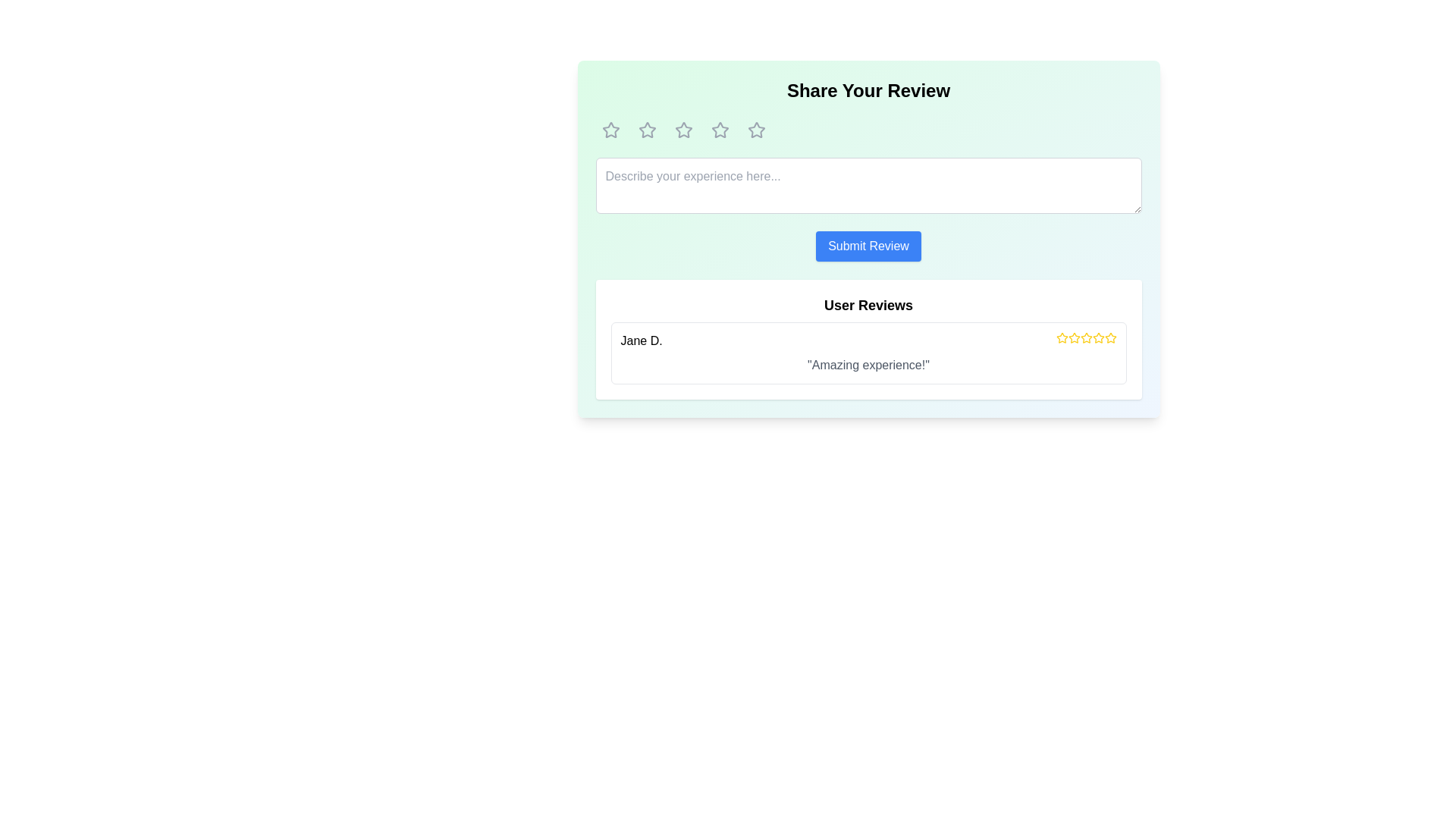 The image size is (1456, 819). I want to click on the last star icon in the User Reviews section, so click(1110, 337).